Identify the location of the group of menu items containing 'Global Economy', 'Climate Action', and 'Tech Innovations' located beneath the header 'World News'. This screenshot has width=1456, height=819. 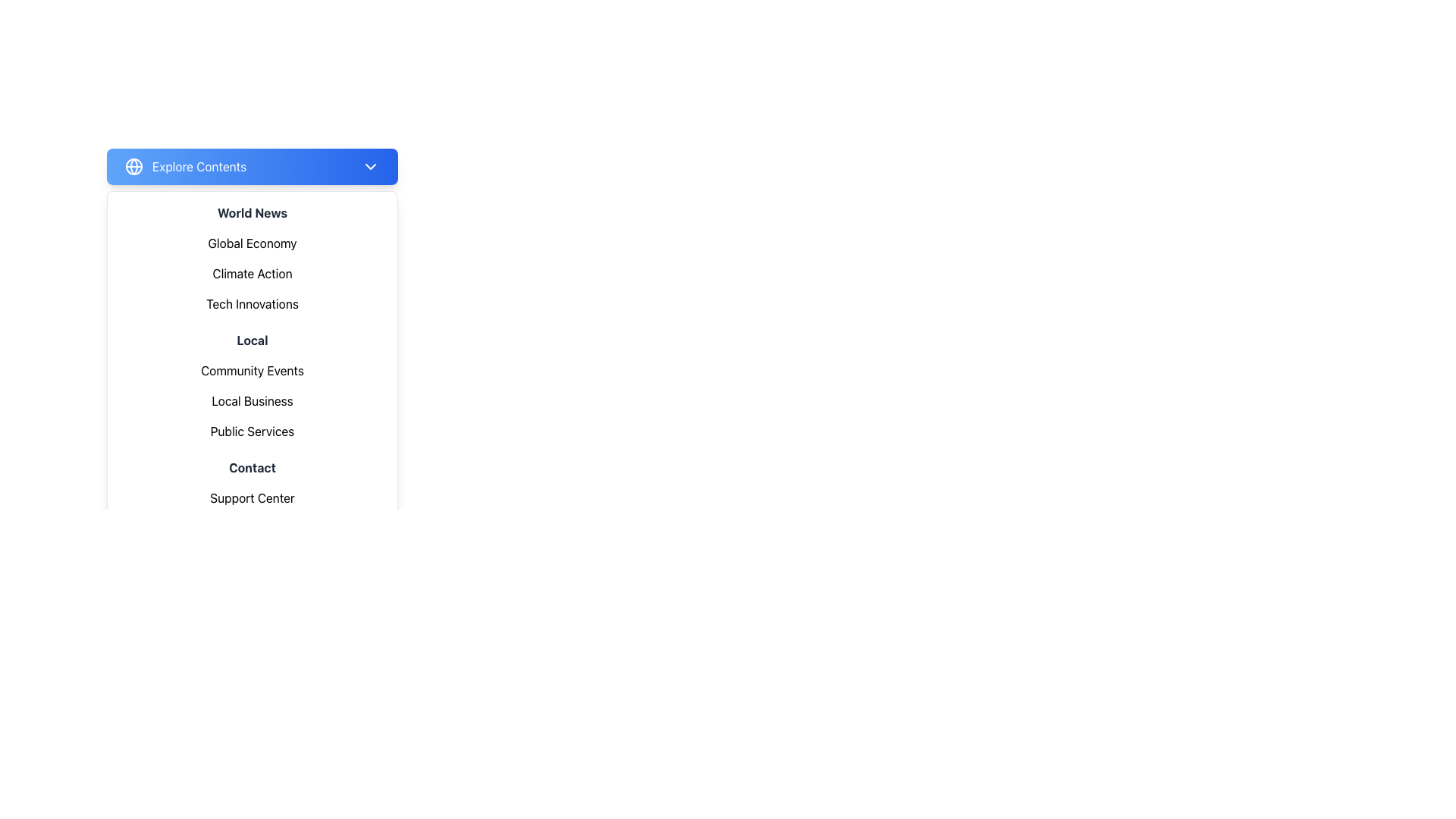
(252, 274).